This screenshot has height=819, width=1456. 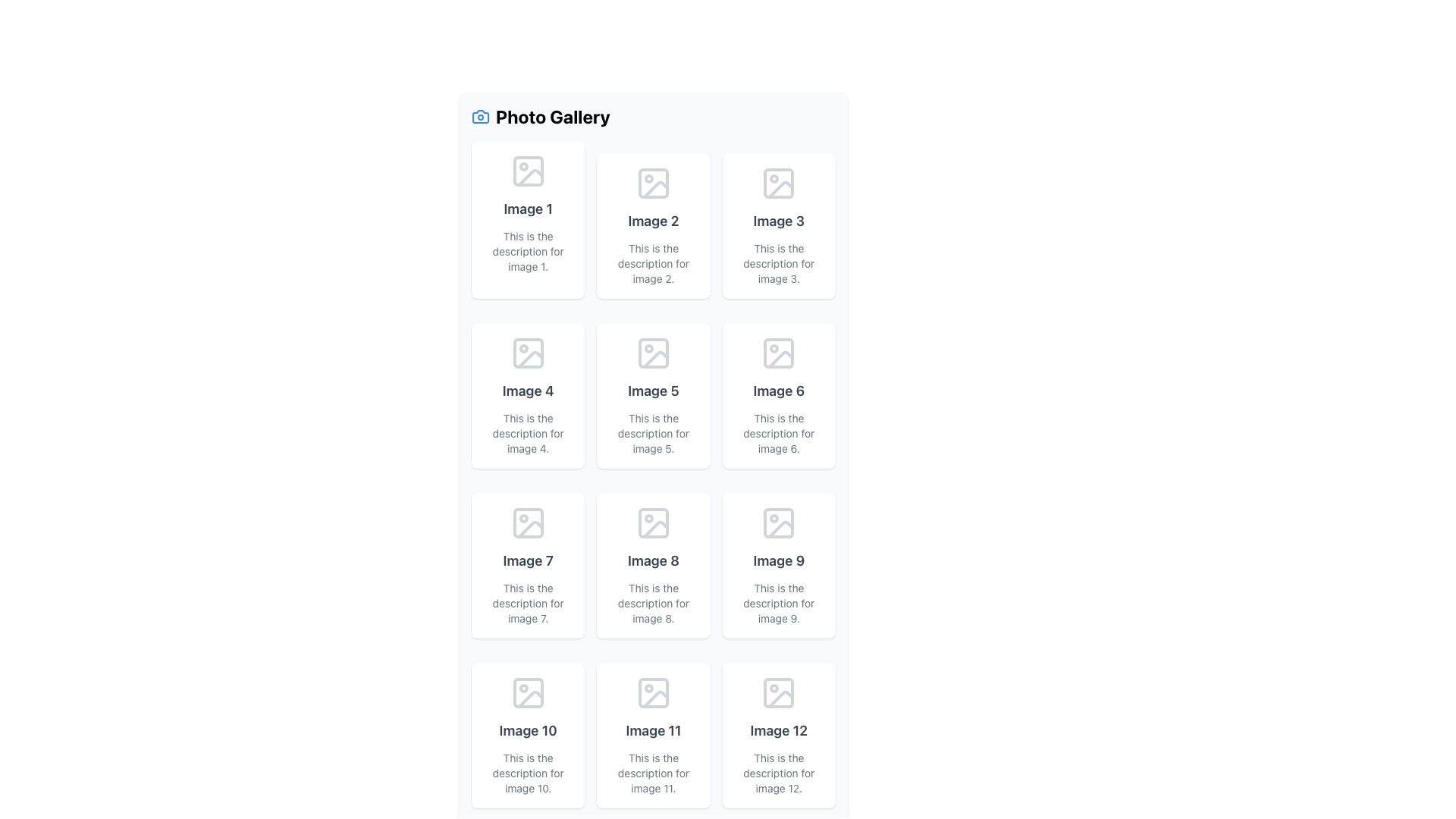 What do you see at coordinates (654, 773) in the screenshot?
I see `the informational Text Label located beneath 'Image 11' that describes the associated image` at bounding box center [654, 773].